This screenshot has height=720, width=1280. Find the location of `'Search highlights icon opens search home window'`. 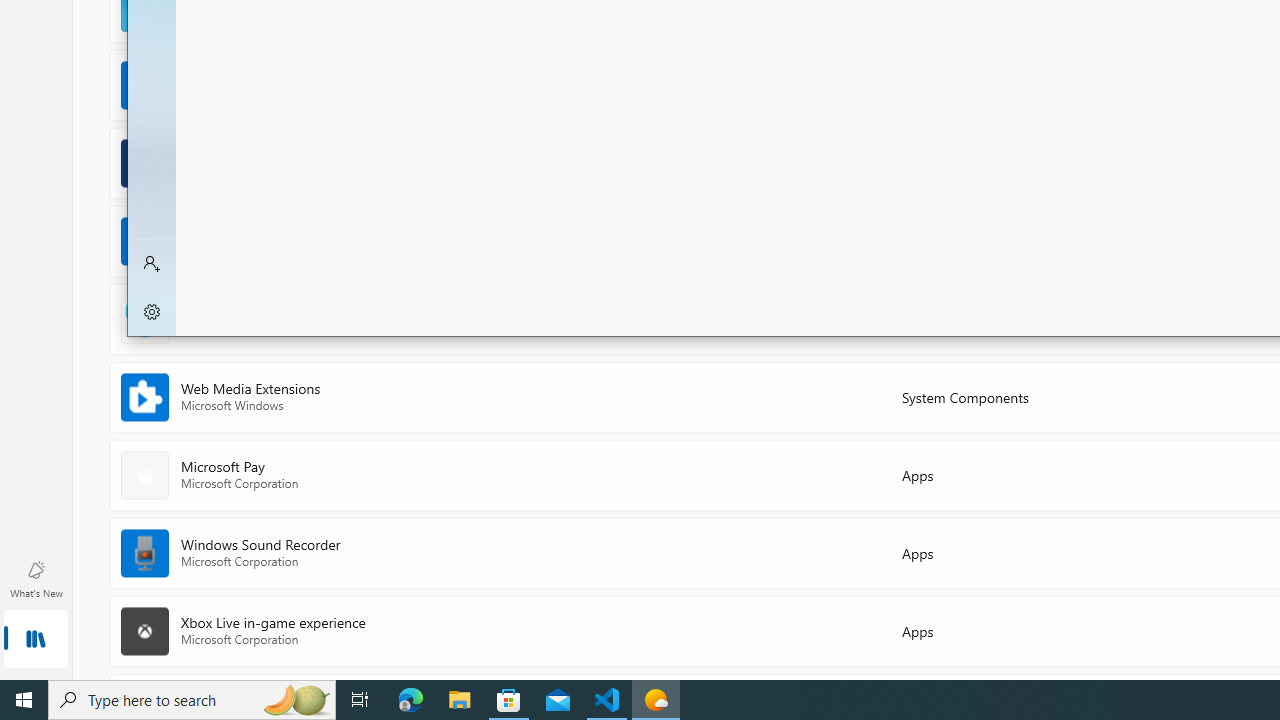

'Search highlights icon opens search home window' is located at coordinates (294, 698).